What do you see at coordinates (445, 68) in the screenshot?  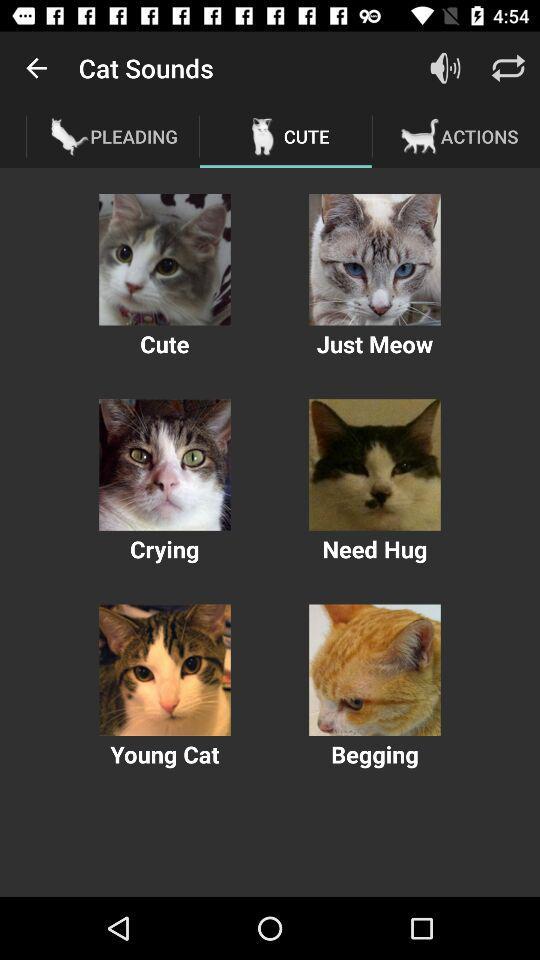 I see `volume` at bounding box center [445, 68].